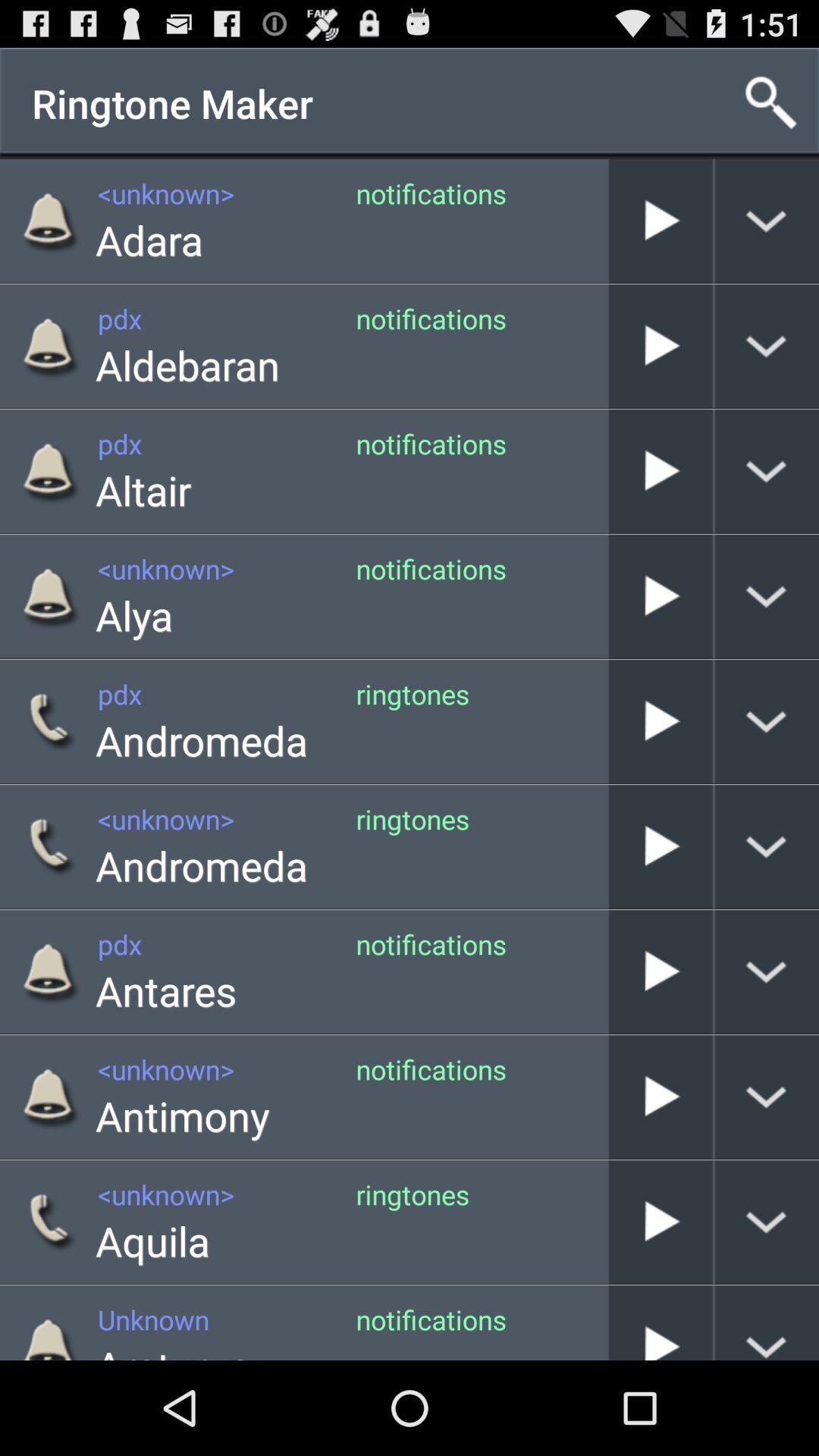 This screenshot has height=1456, width=819. Describe the element at coordinates (660, 720) in the screenshot. I see `button` at that location.